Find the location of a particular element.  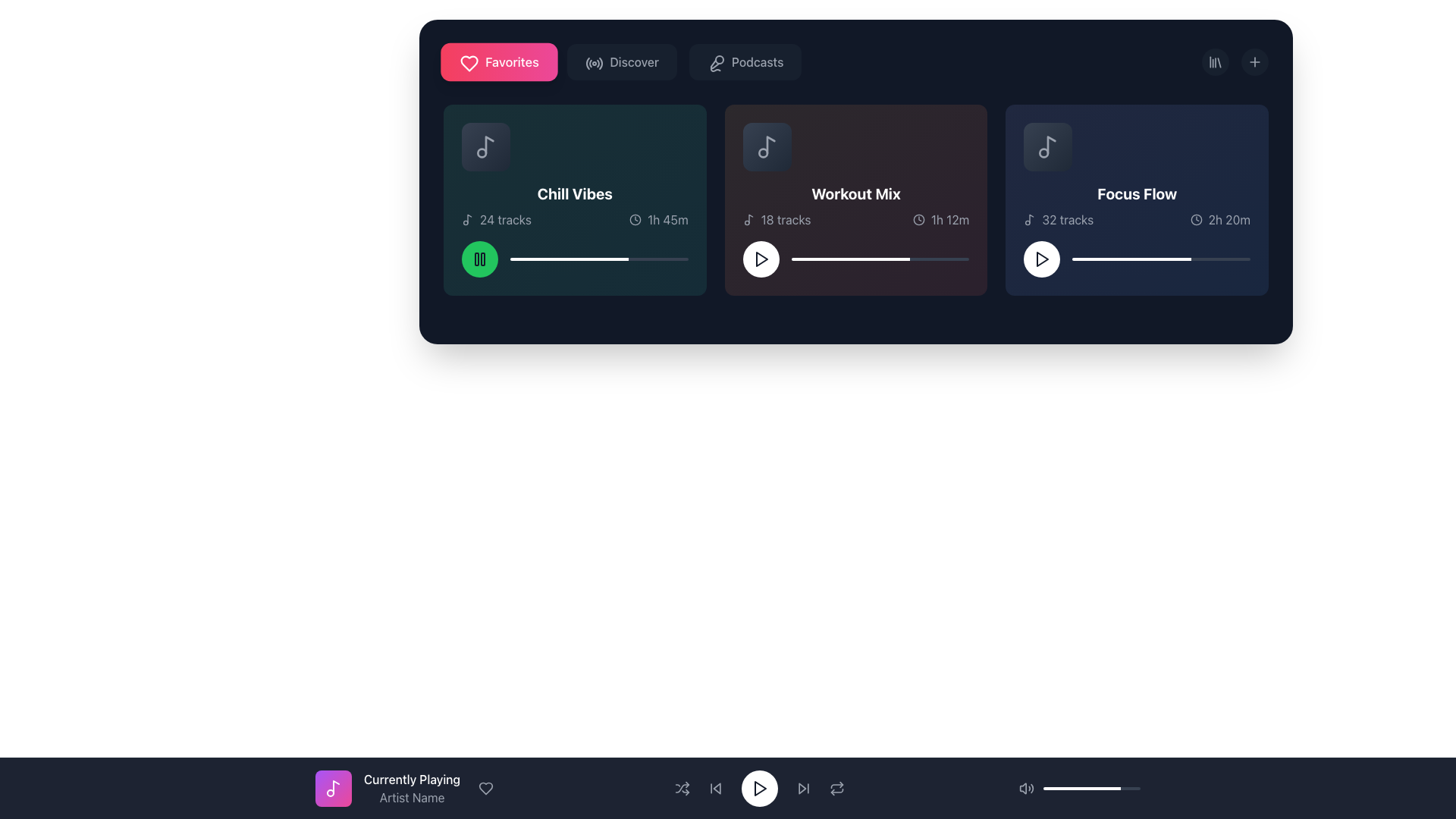

the static informational component displaying the duration of the 'Workout Mix' playlist, located in the bottom right section of the playlist card, aligned rightward of the '18 tracks' text is located at coordinates (940, 219).